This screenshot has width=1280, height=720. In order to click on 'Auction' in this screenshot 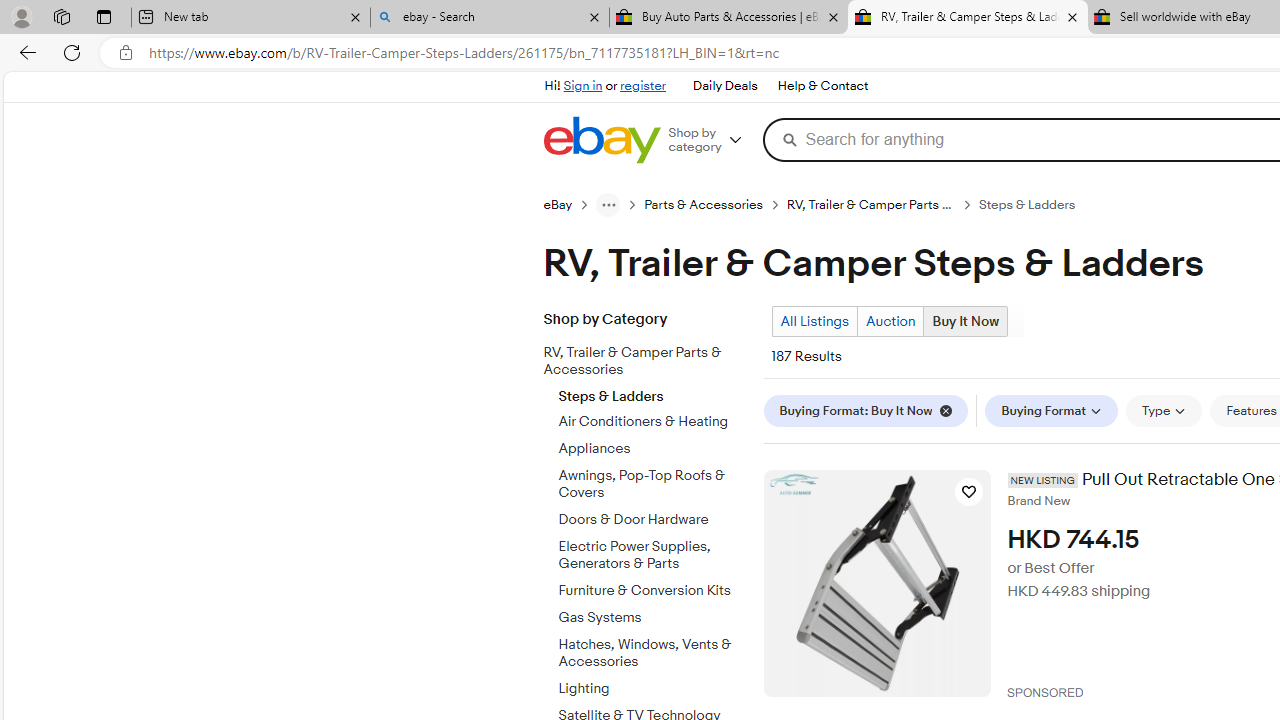, I will do `click(889, 320)`.